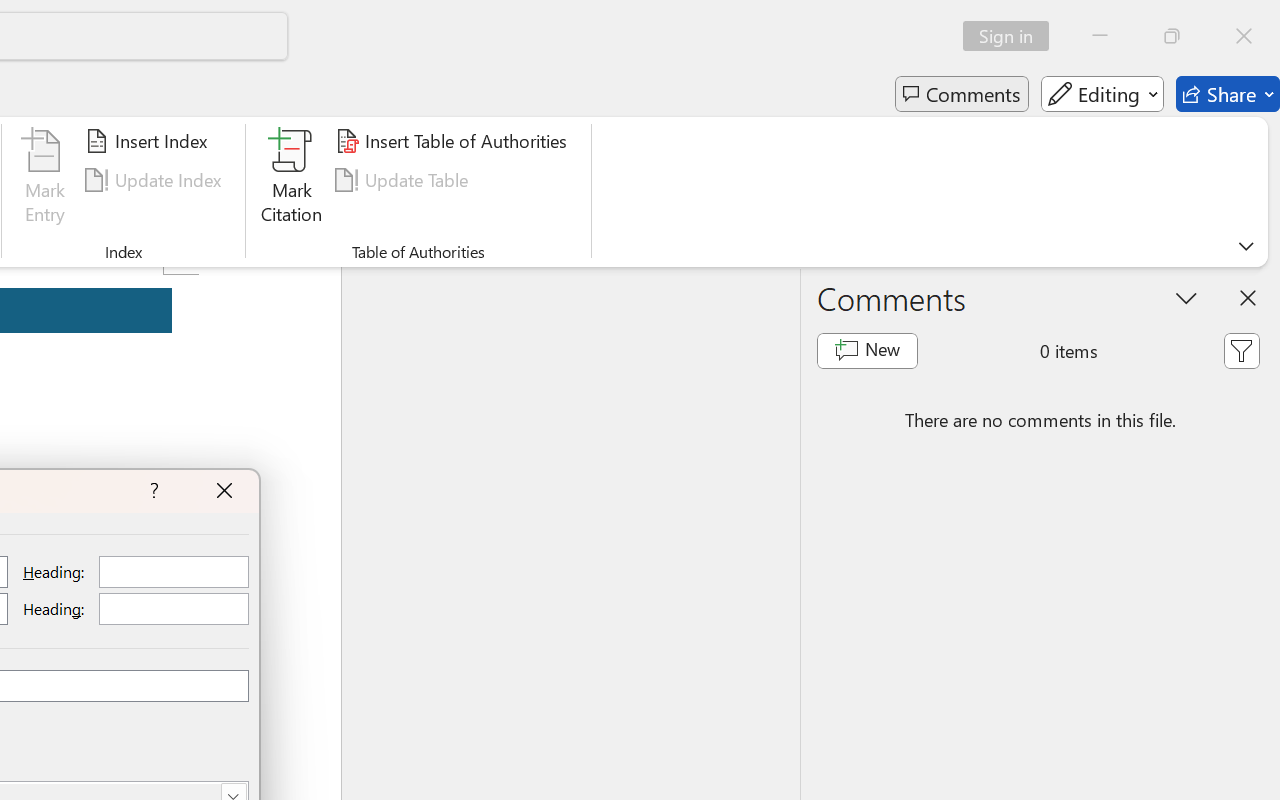 The width and height of the screenshot is (1280, 800). Describe the element at coordinates (291, 179) in the screenshot. I see `'Mark Citation...'` at that location.